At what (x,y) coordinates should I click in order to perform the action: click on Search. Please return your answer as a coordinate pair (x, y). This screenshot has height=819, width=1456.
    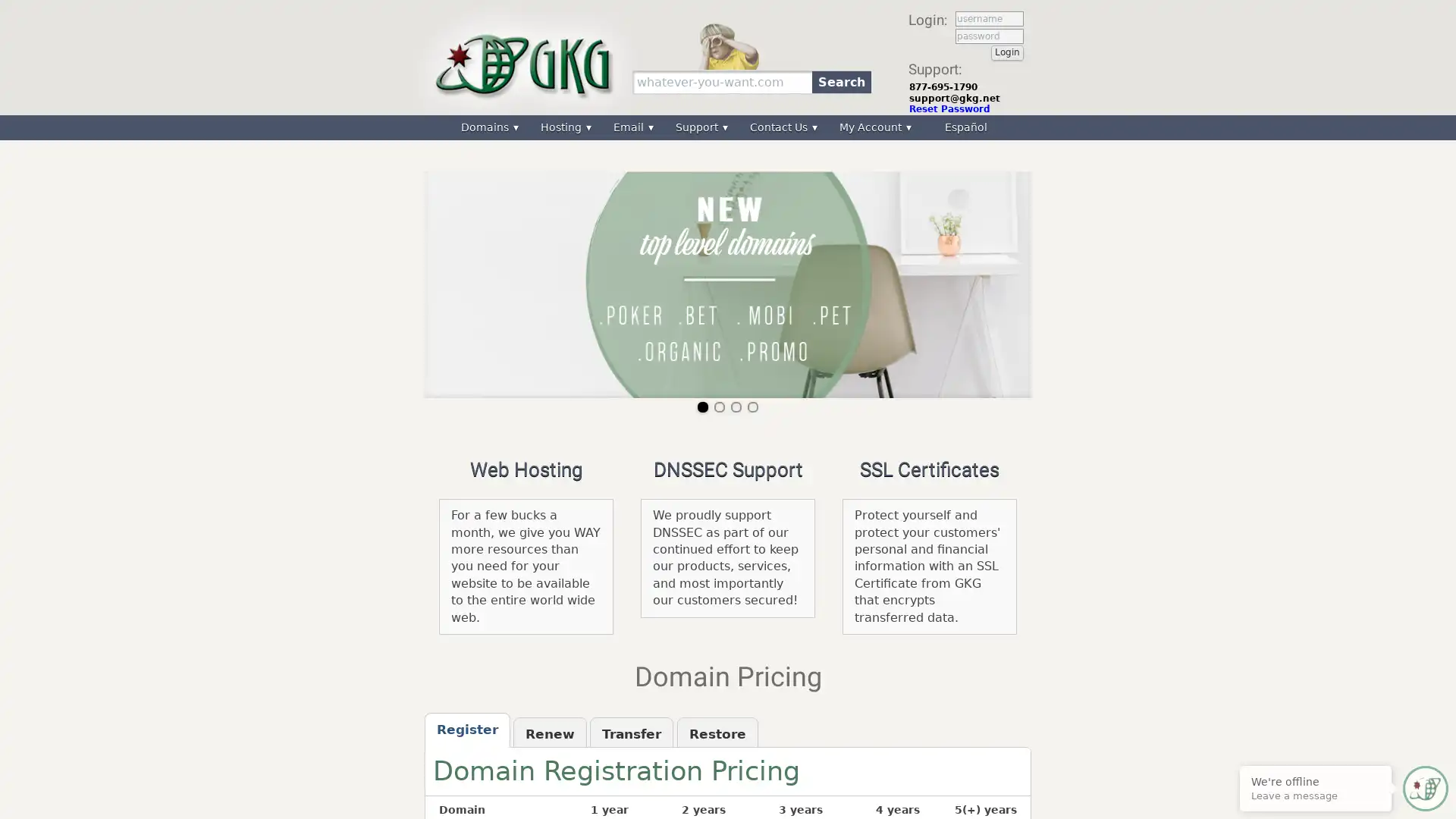
    Looking at the image, I should click on (840, 81).